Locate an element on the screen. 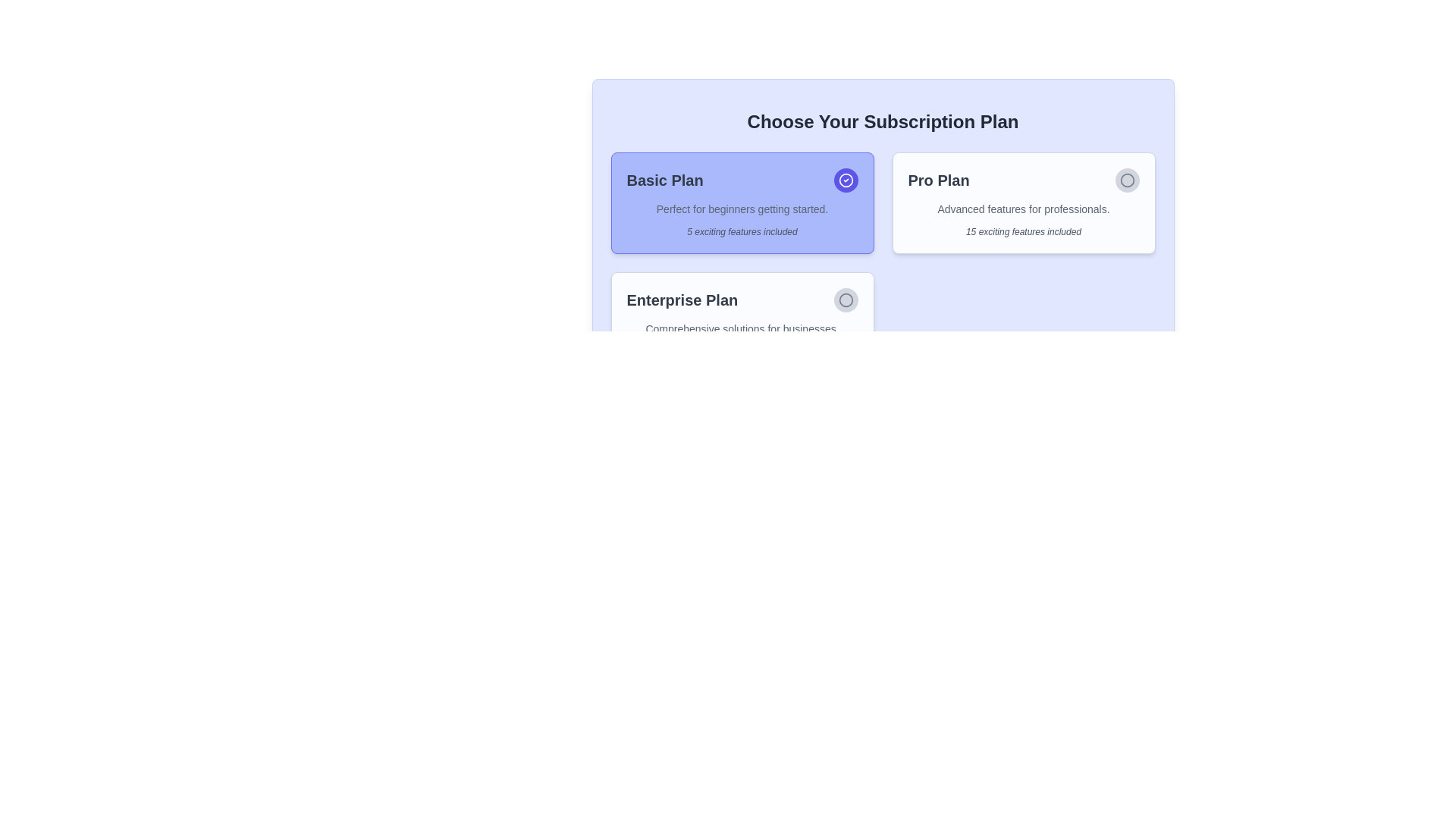 This screenshot has height=819, width=1456. text label displaying 'Perfect for beginners getting started.' located under the title 'Basic Plan' in the subscription plan card is located at coordinates (742, 209).